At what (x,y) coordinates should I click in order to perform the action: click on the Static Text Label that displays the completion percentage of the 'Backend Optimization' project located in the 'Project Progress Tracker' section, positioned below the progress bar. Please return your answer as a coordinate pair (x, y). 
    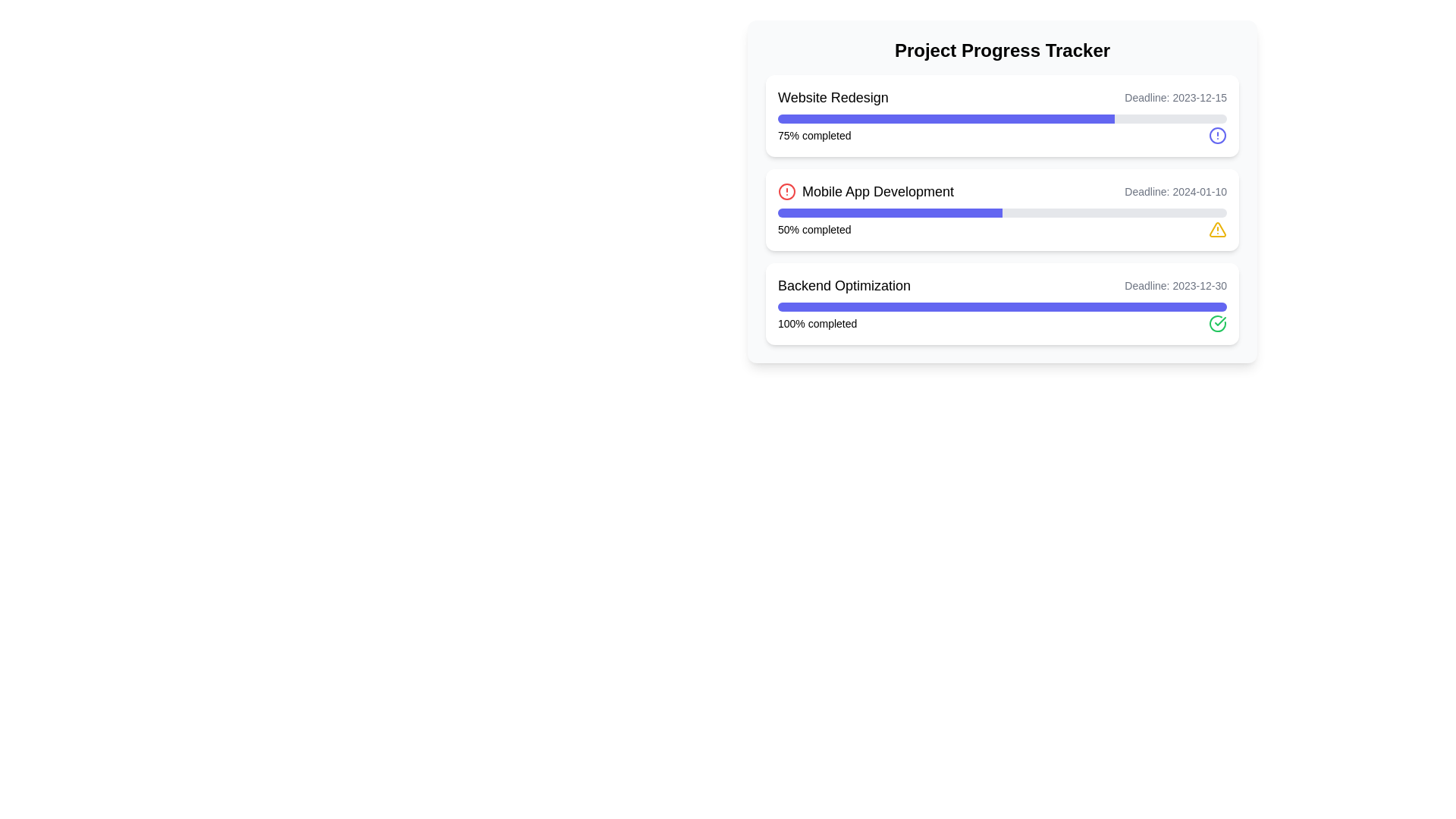
    Looking at the image, I should click on (817, 323).